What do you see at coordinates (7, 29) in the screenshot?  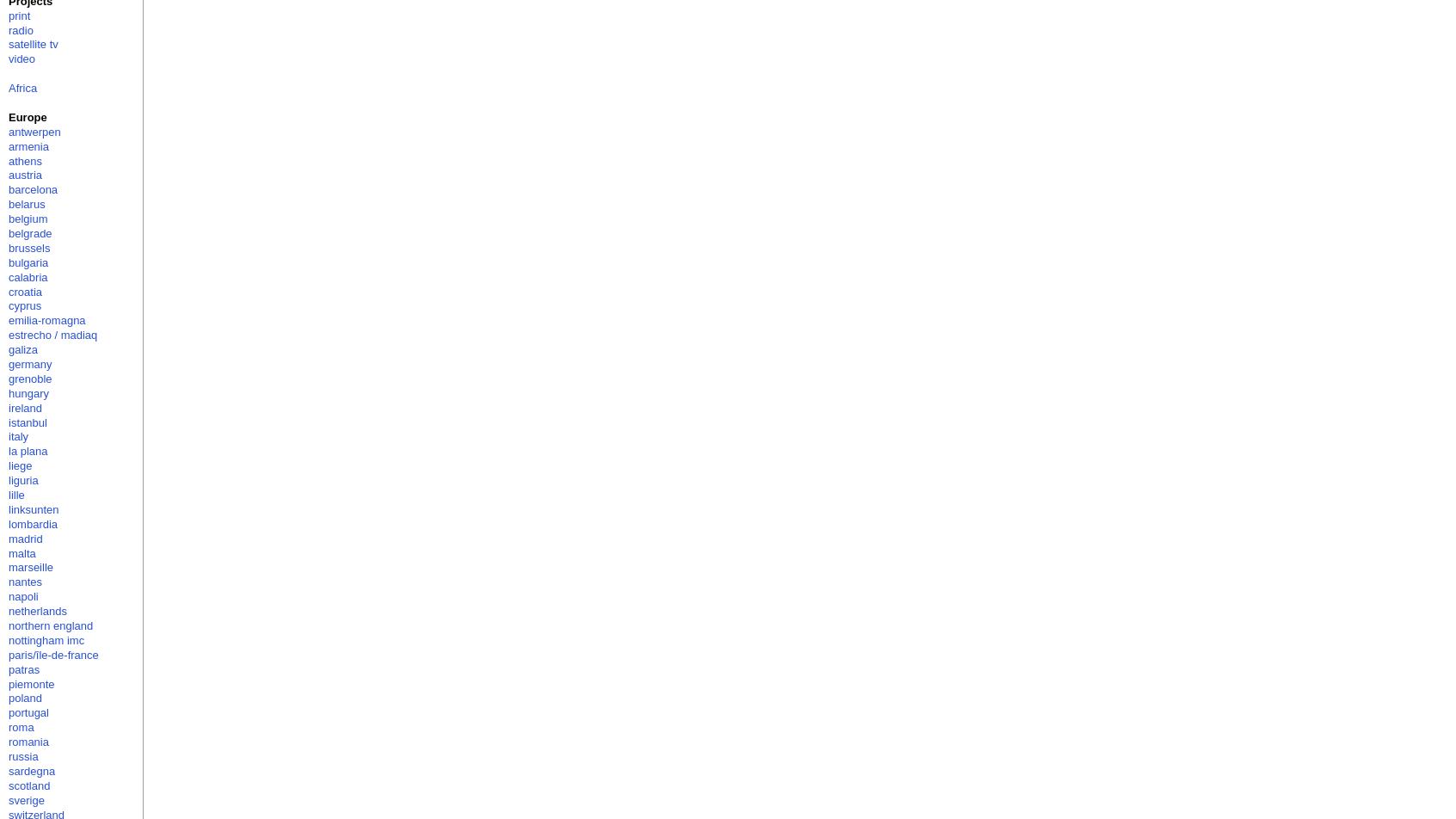 I see `'radio'` at bounding box center [7, 29].